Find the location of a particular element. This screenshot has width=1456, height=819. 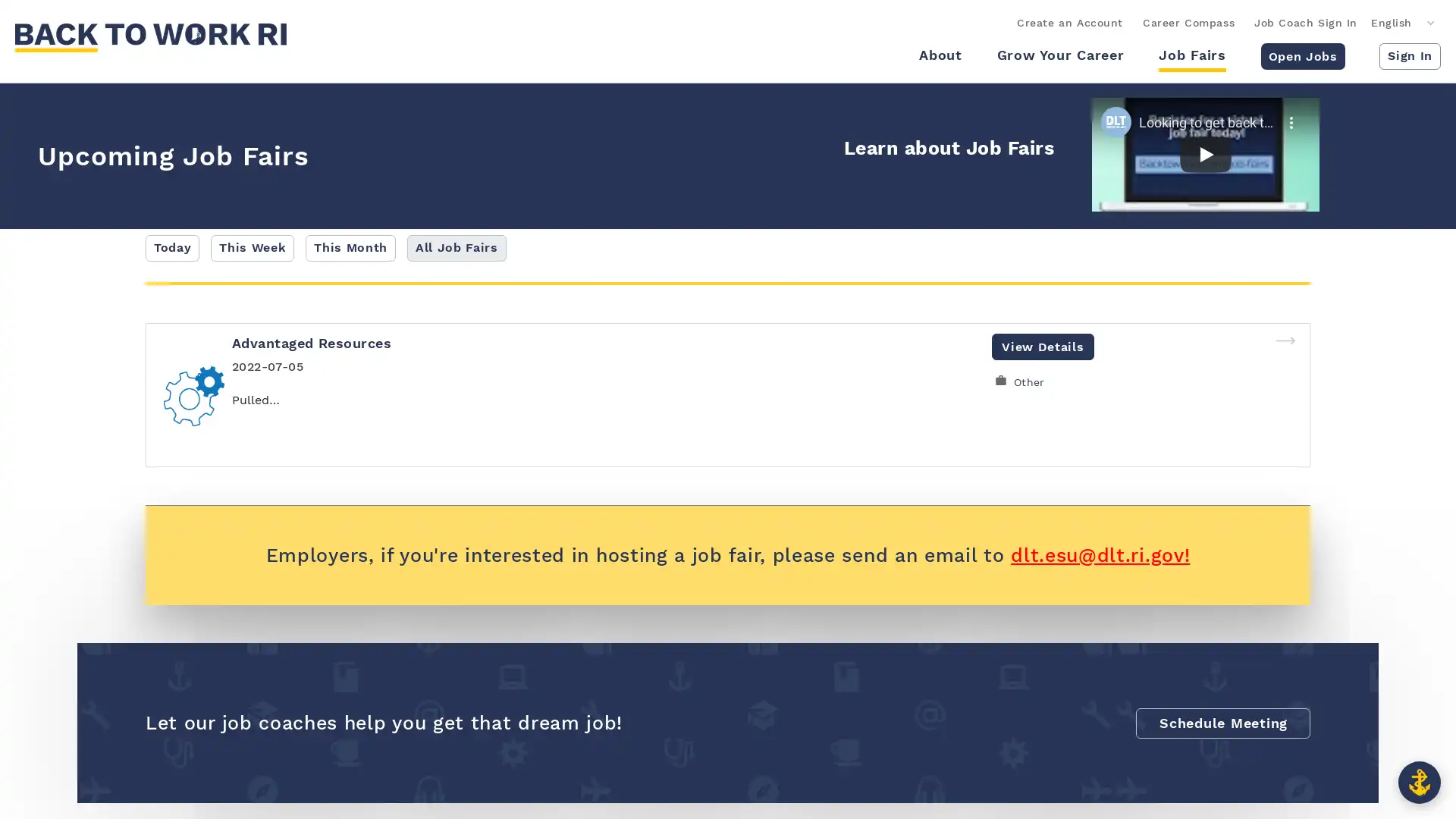

This Week is located at coordinates (252, 247).